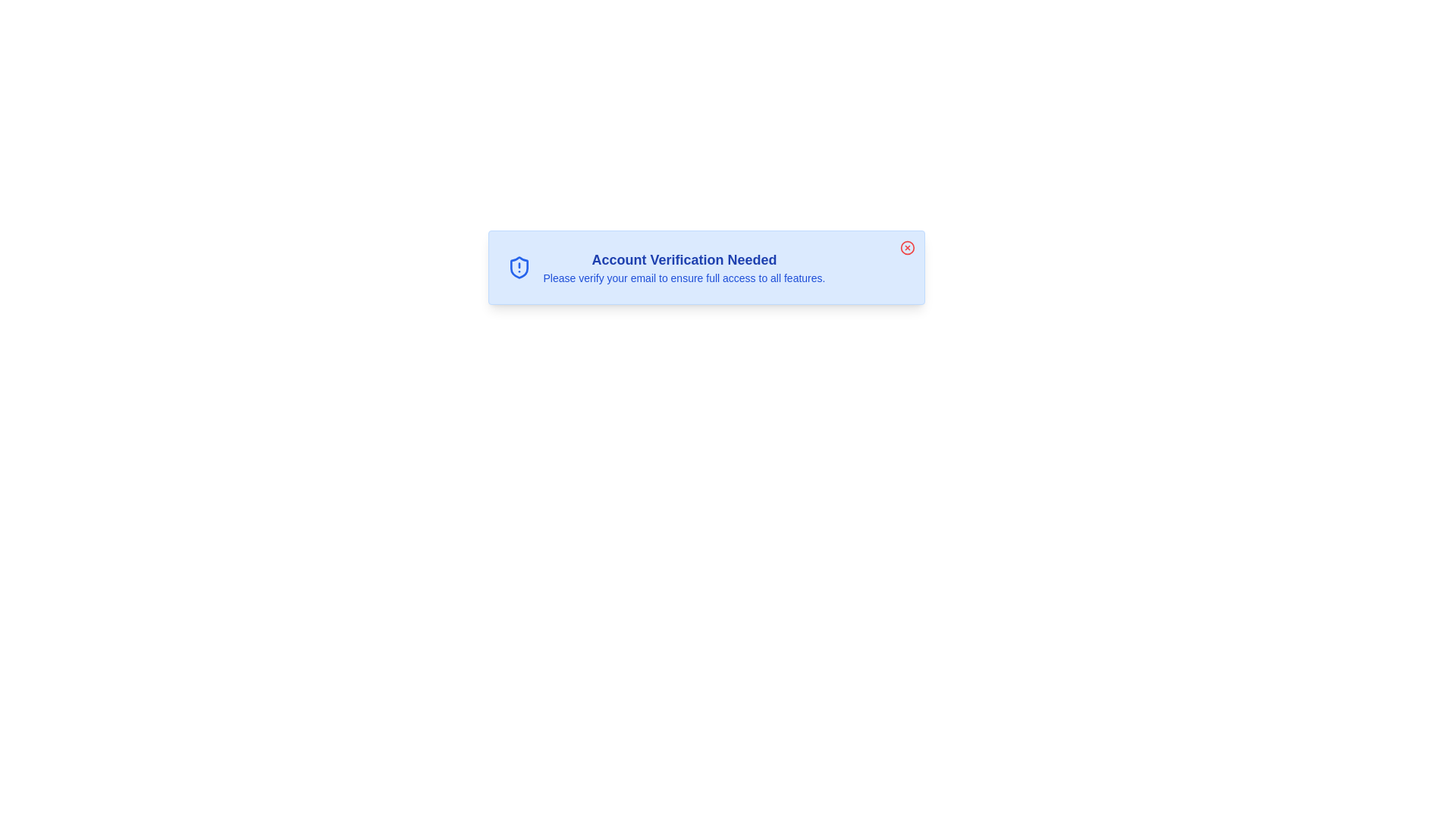 The image size is (1456, 819). What do you see at coordinates (683, 278) in the screenshot?
I see `informational text that prompts the user to verify their email, located below the heading 'Account Verification Needed' in the notification box` at bounding box center [683, 278].